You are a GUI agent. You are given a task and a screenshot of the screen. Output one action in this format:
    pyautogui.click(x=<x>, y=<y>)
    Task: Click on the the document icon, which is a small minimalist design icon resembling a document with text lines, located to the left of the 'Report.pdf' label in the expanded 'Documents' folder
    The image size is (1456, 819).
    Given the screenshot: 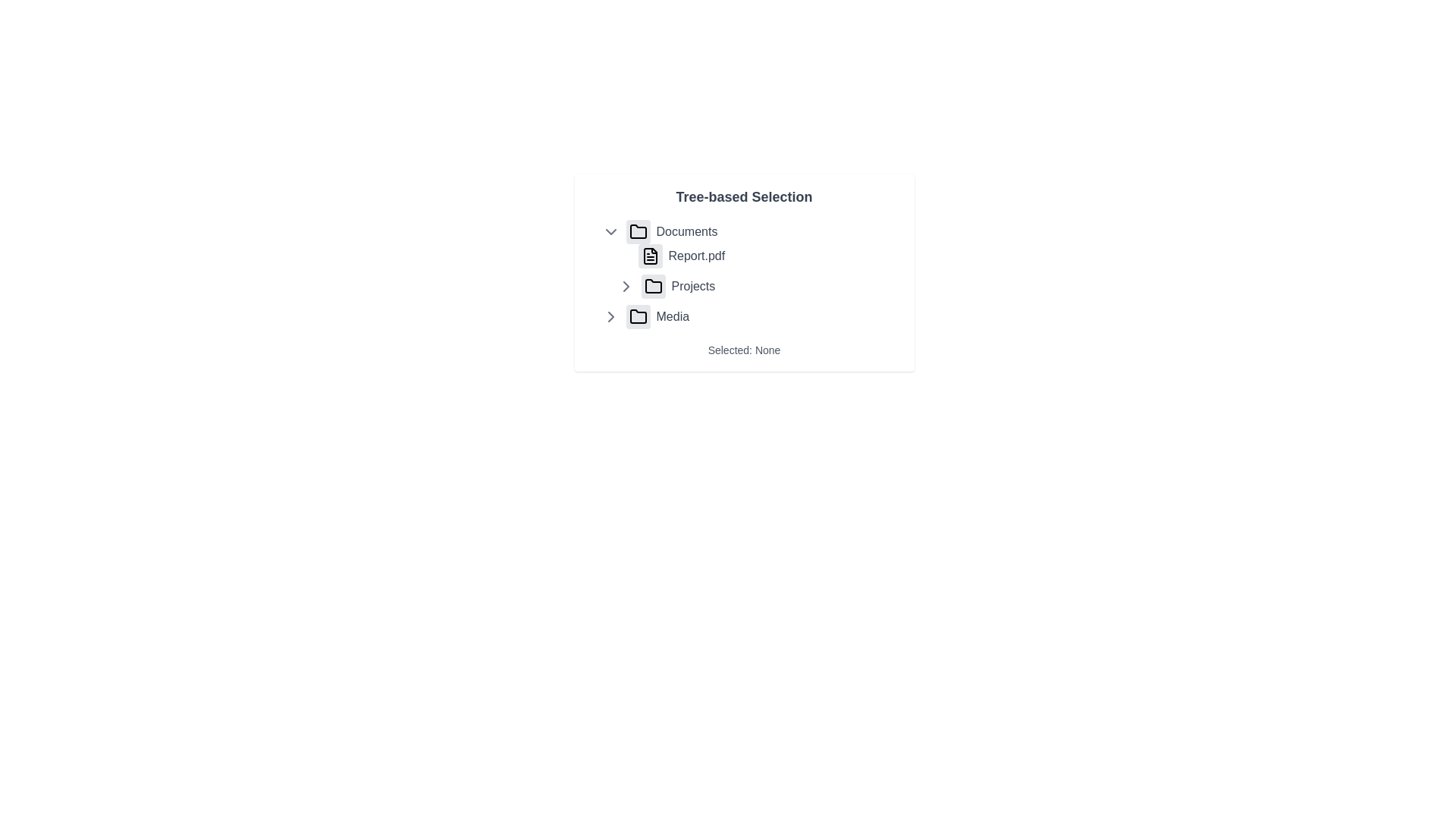 What is the action you would take?
    pyautogui.click(x=650, y=256)
    